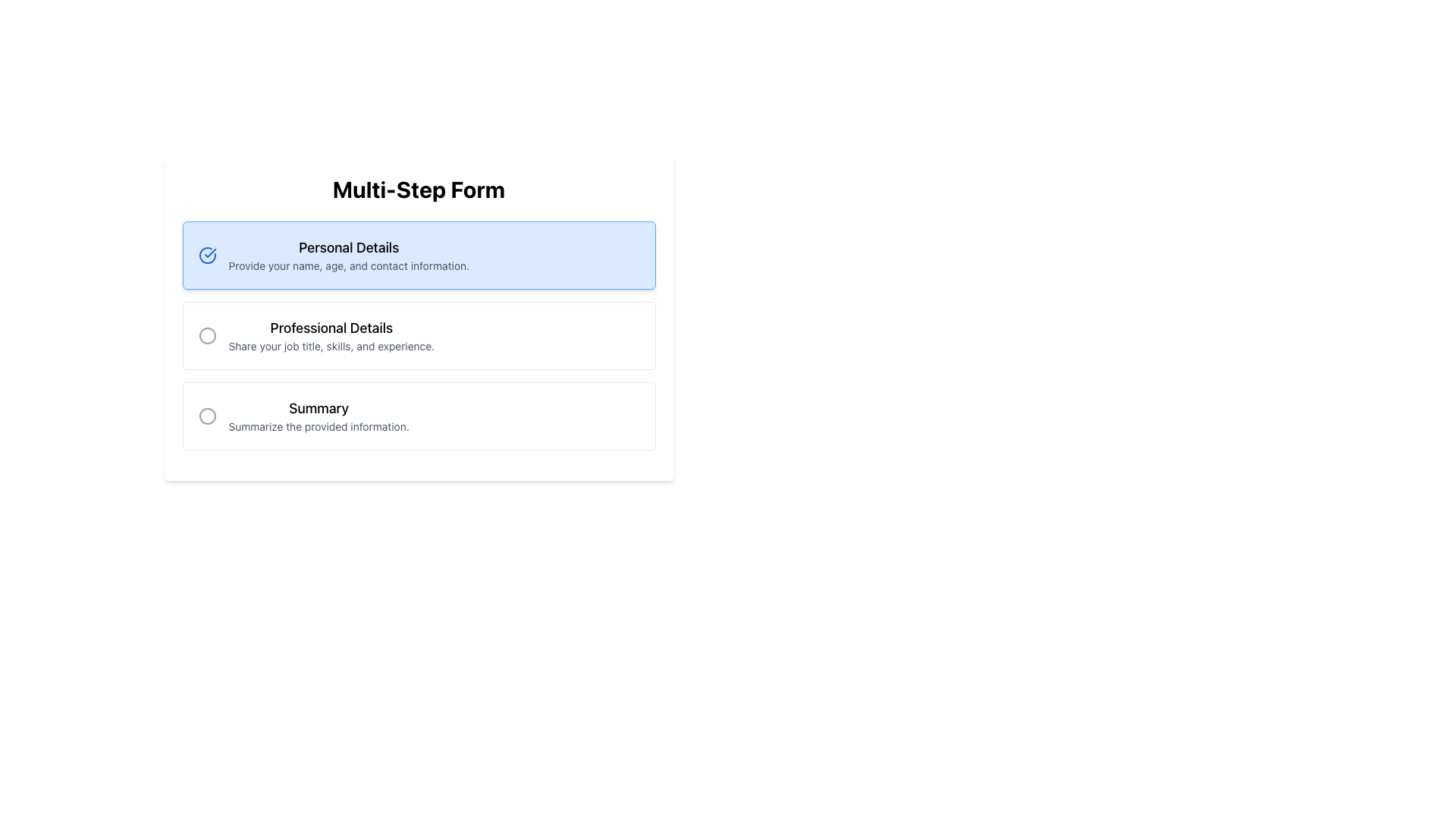 This screenshot has width=1456, height=819. I want to click on non-interactive instructions text label located directly below the 'Personal Details' heading in the highlighted blue section, so click(348, 265).